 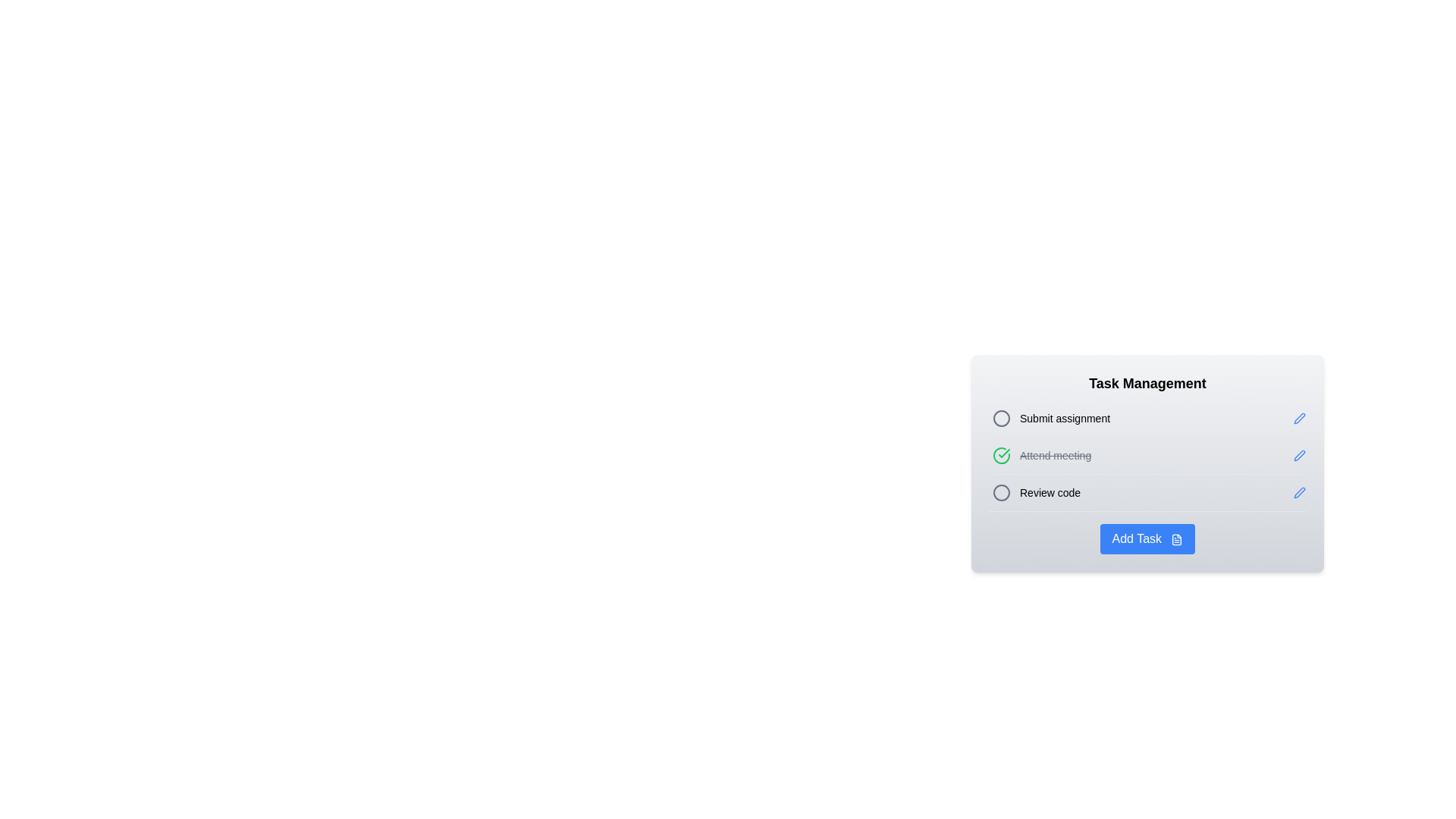 I want to click on the radio button associated with the task 'Submit assignment', so click(x=1001, y=418).